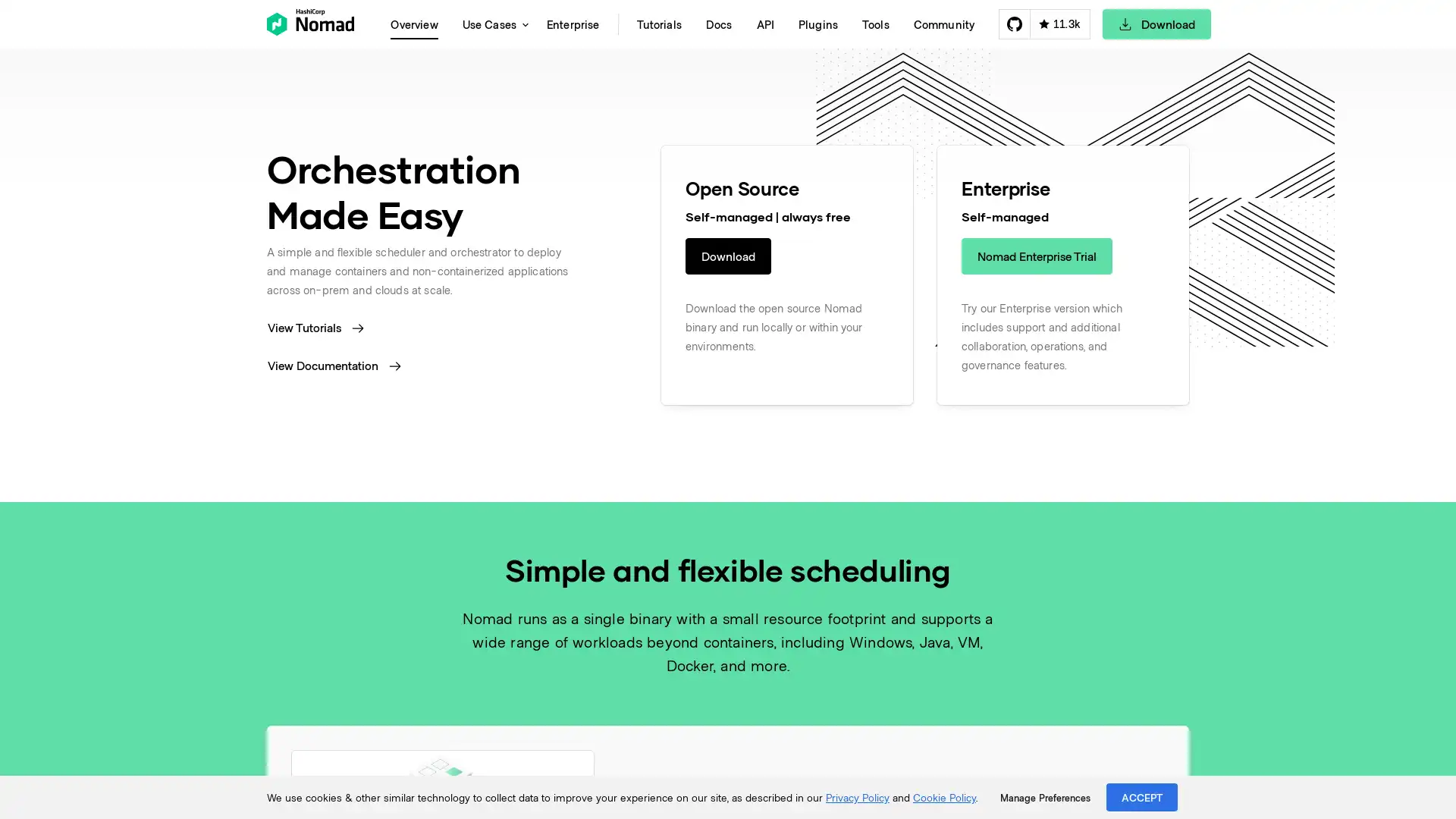 This screenshot has height=819, width=1456. Describe the element at coordinates (491, 24) in the screenshot. I see `Use Cases` at that location.